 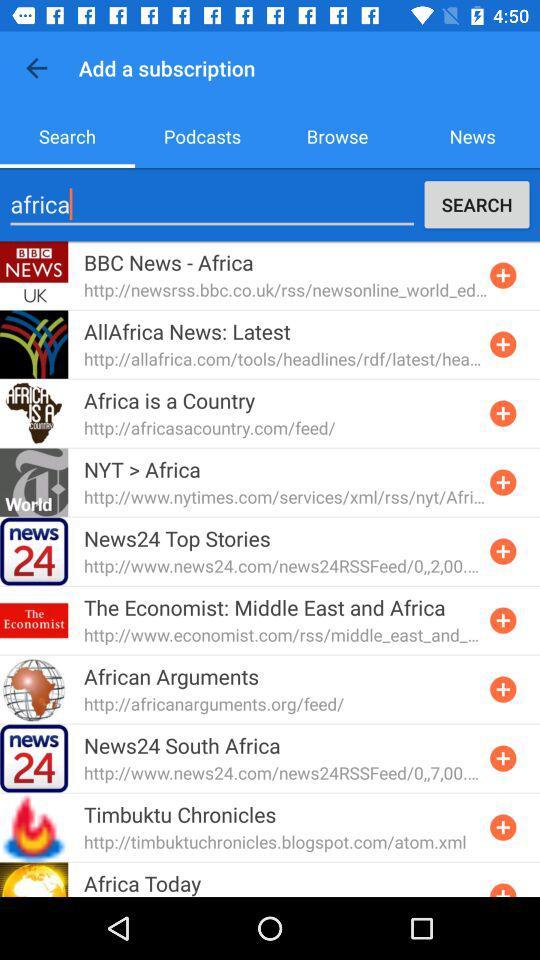 What do you see at coordinates (502, 412) in the screenshot?
I see `open the home page titled africa is a country` at bounding box center [502, 412].